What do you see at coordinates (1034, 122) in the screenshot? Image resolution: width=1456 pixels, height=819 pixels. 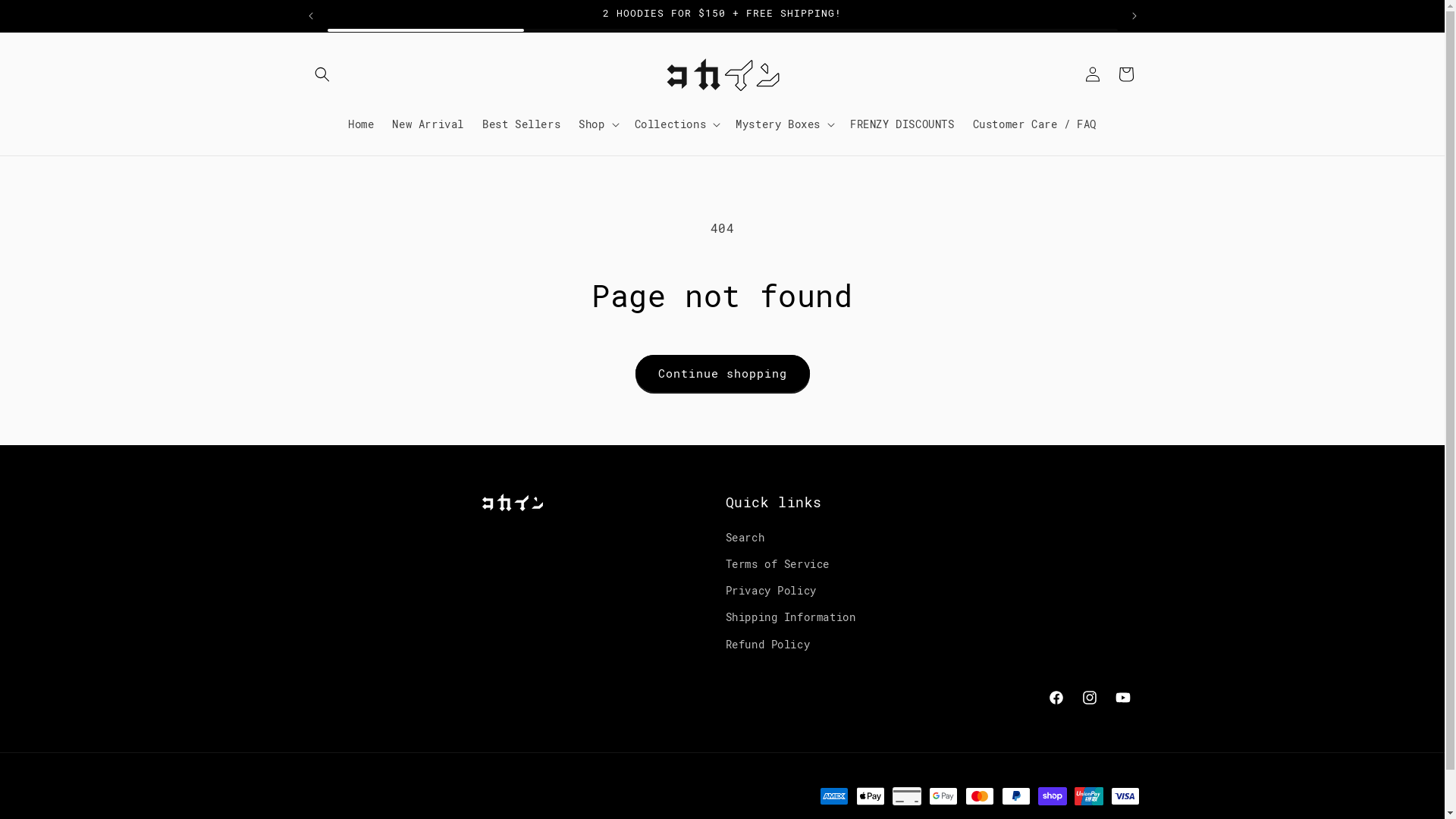 I see `'Customer Care / FAQ'` at bounding box center [1034, 122].